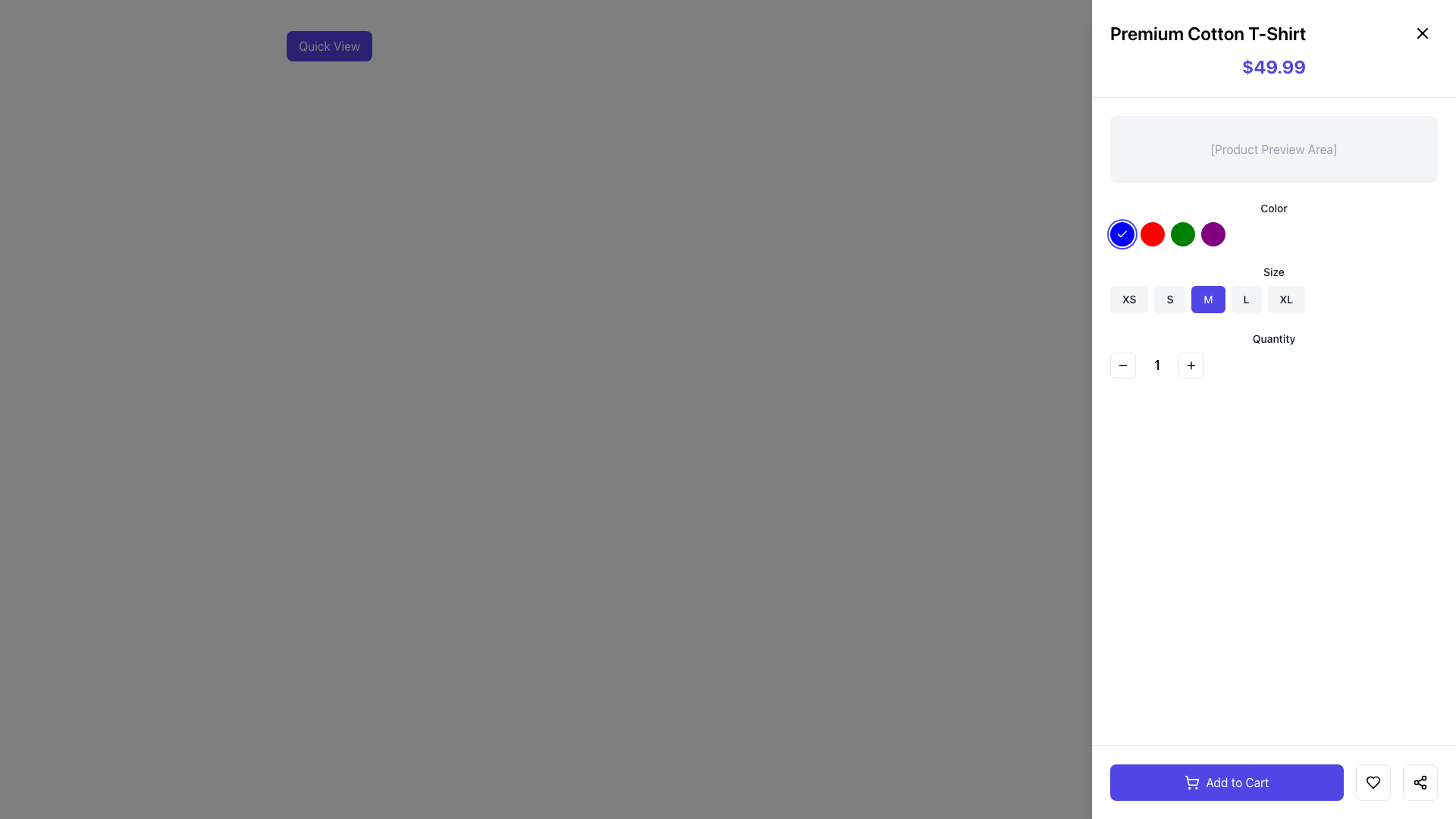  Describe the element at coordinates (1274, 299) in the screenshot. I see `the size option button group labeled 'XS', 'S', 'M', 'L', 'XL'` at that location.